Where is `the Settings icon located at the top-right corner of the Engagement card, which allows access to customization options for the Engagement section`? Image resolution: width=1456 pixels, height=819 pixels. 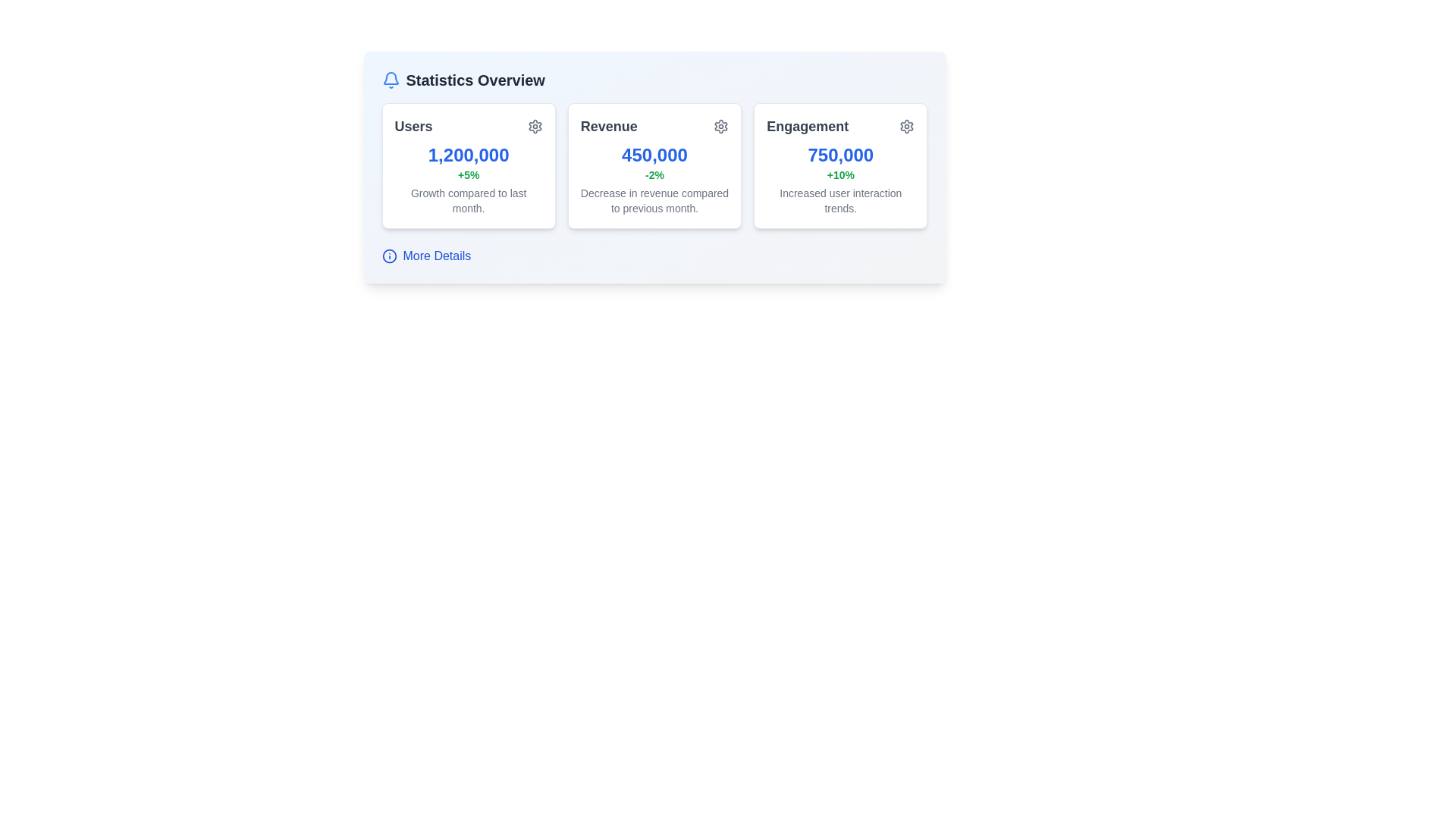
the Settings icon located at the top-right corner of the Engagement card, which allows access to customization options for the Engagement section is located at coordinates (907, 125).